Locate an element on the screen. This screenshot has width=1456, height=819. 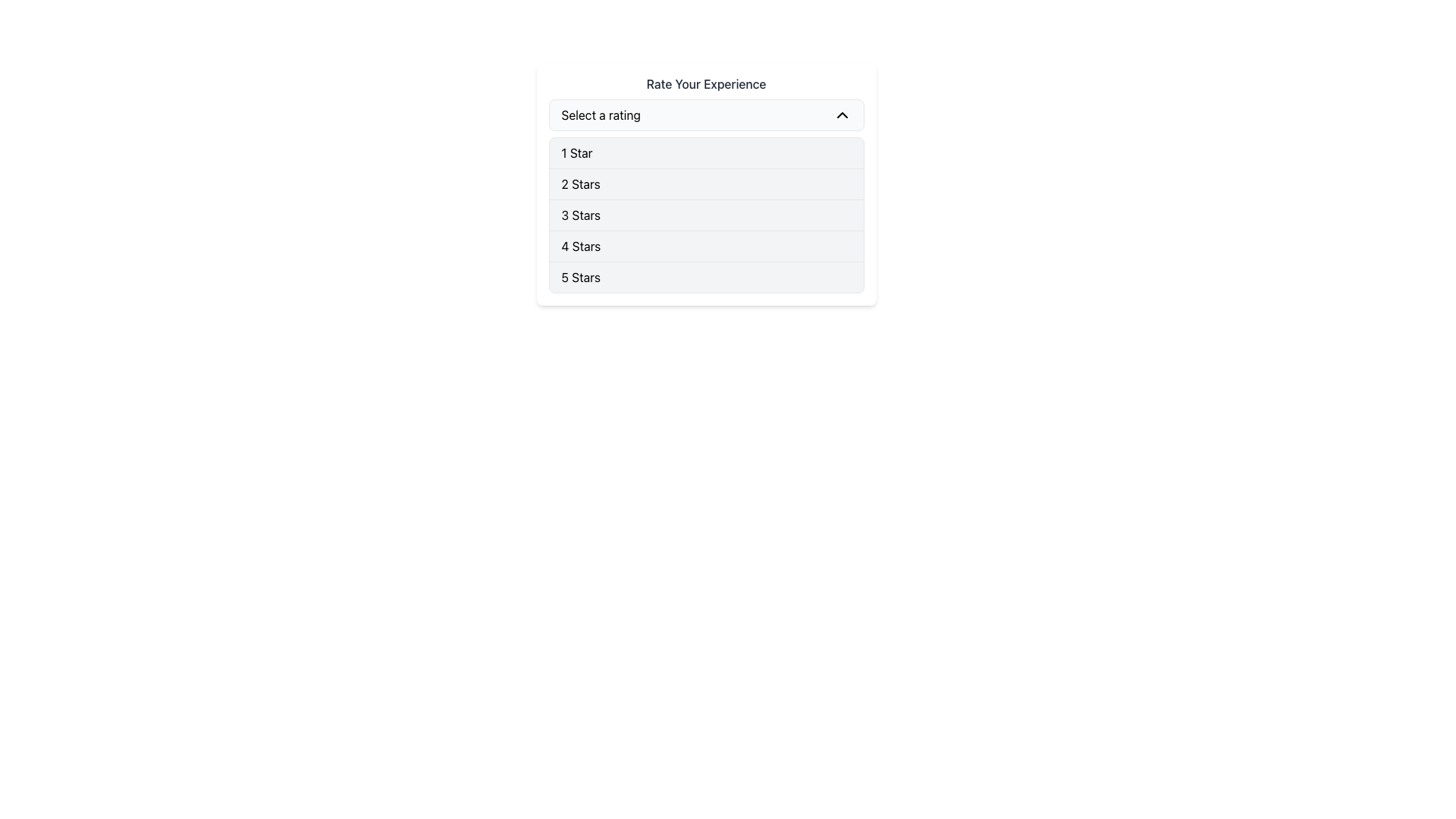
the '3 Stars' option in the dropdown list is located at coordinates (580, 215).